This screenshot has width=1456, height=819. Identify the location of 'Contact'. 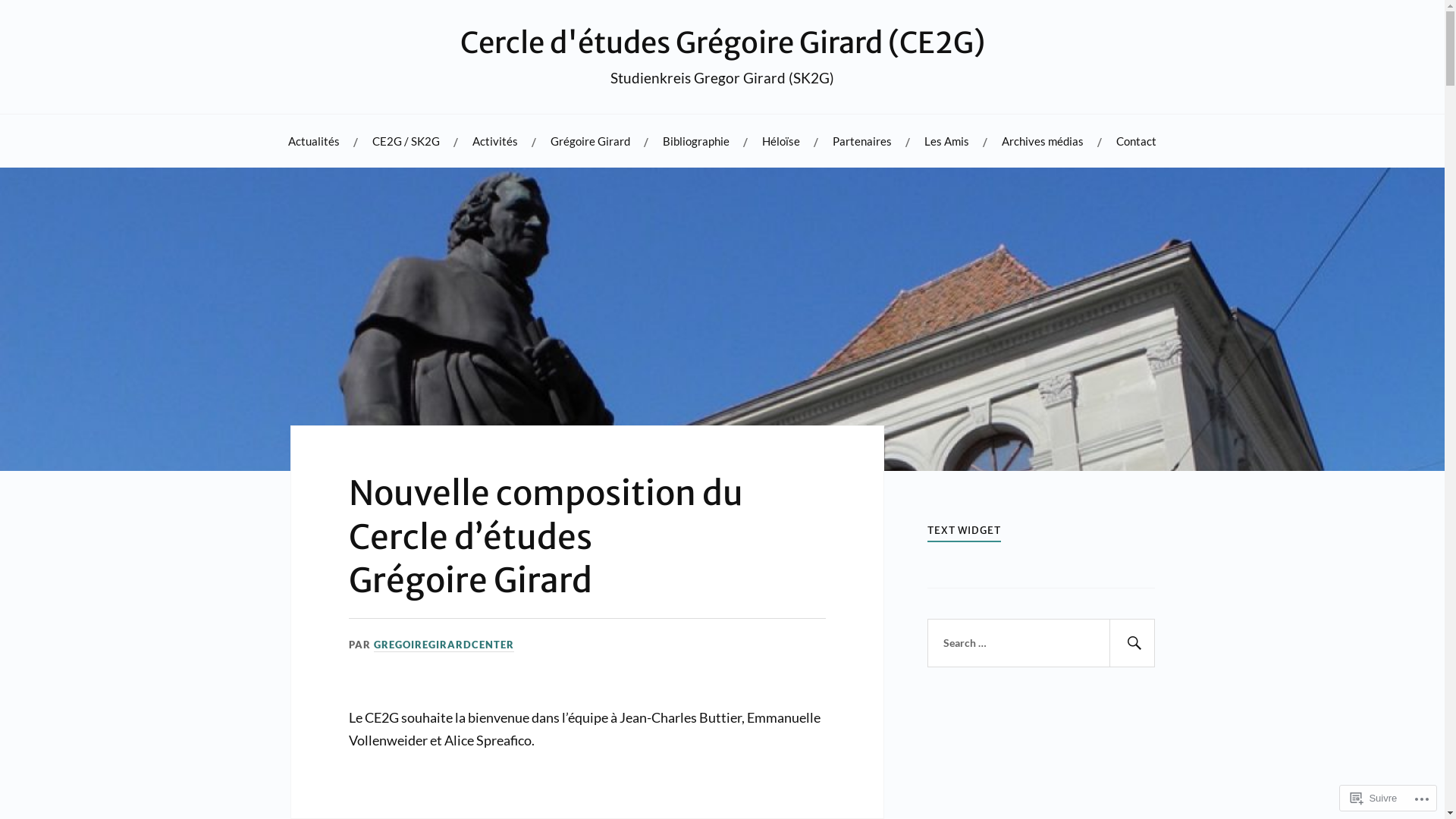
(1136, 140).